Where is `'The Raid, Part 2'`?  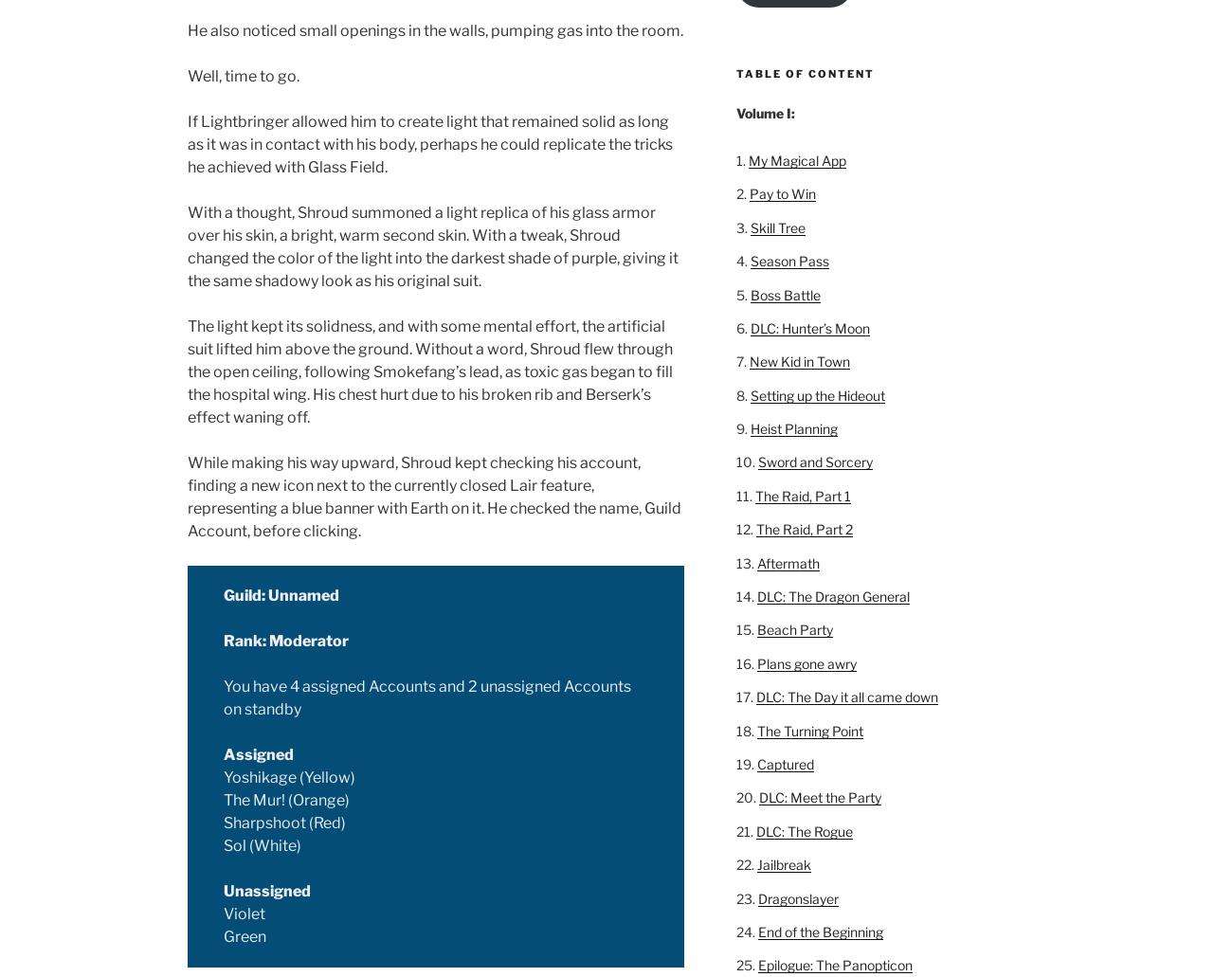 'The Raid, Part 2' is located at coordinates (803, 528).